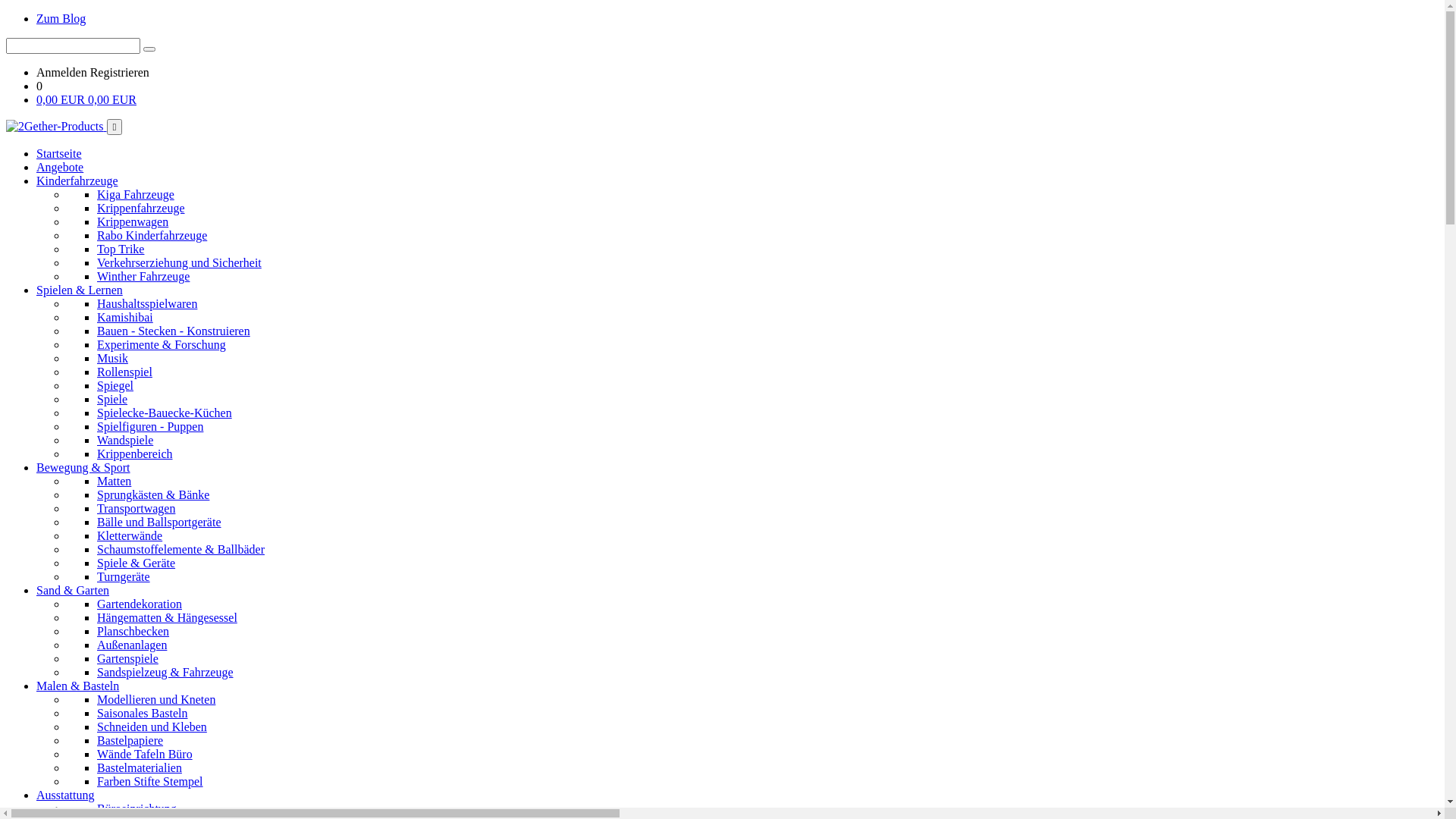  What do you see at coordinates (161, 344) in the screenshot?
I see `'Experimente & Forschung'` at bounding box center [161, 344].